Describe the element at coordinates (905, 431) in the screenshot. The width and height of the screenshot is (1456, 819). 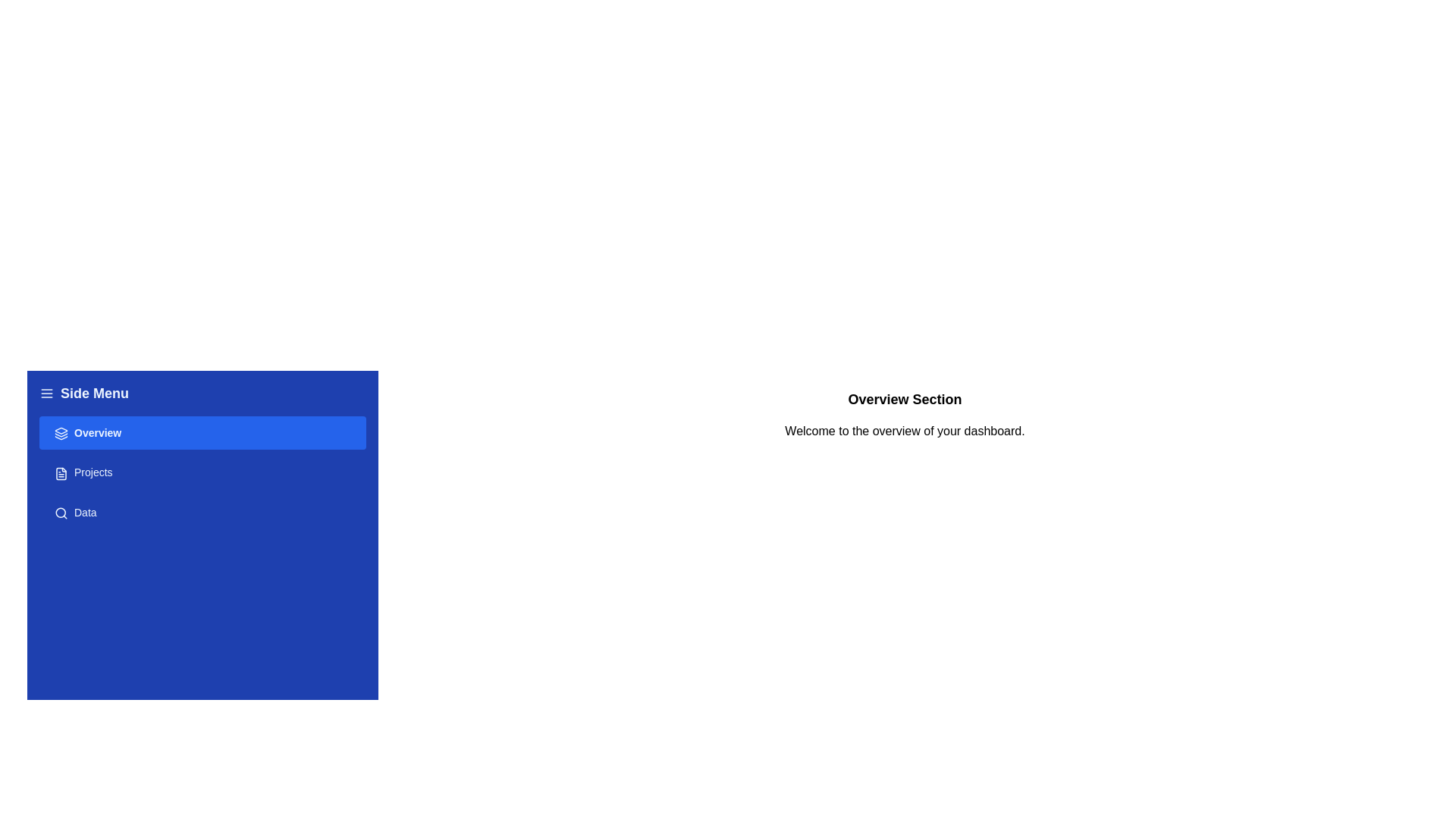
I see `the text element displaying 'Welcome to the overview of your dashboard.' which is located below the 'Overview Section' heading` at that location.